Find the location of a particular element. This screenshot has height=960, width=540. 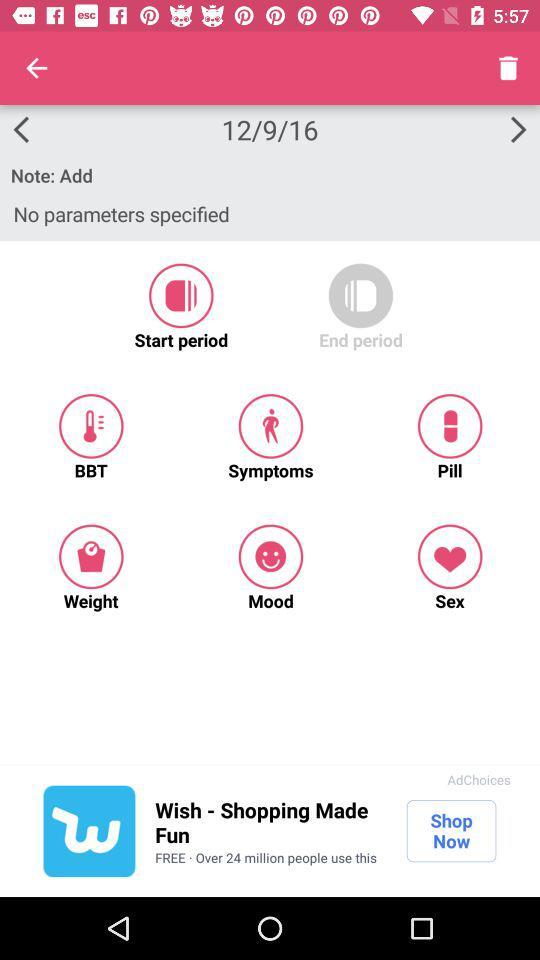

the icon next to the 12/9/16 is located at coordinates (36, 68).